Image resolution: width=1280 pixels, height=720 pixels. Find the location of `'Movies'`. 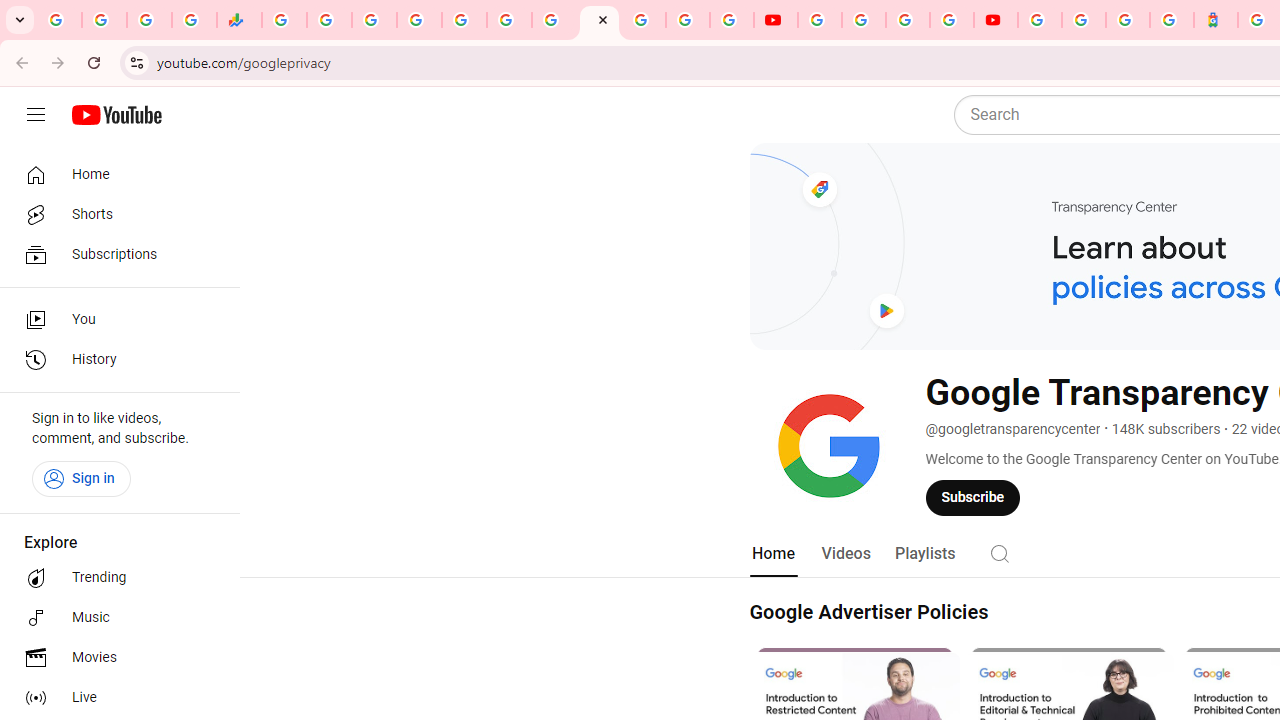

'Movies' is located at coordinates (112, 658).